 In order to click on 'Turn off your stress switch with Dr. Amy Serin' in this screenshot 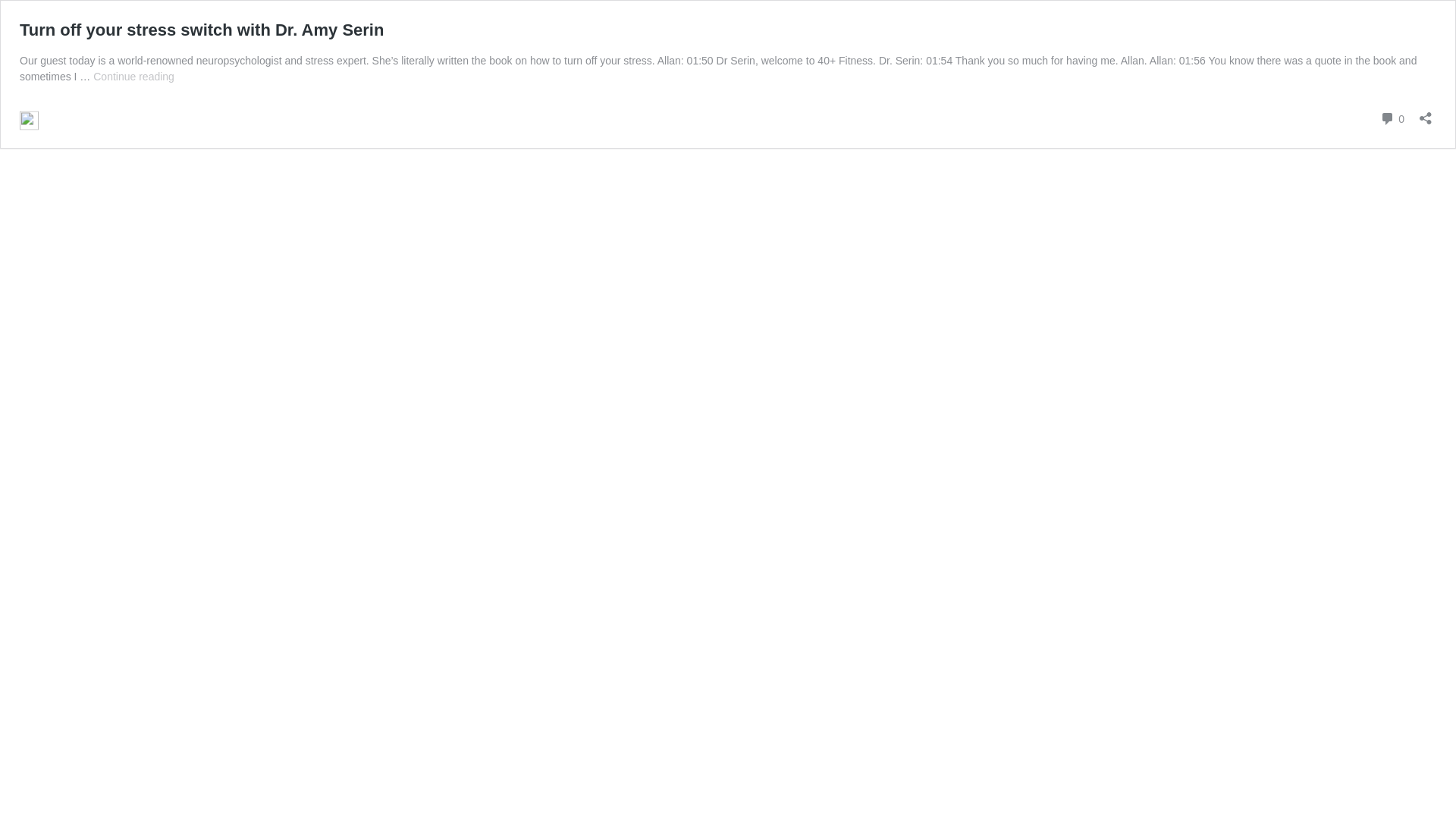, I will do `click(200, 30)`.